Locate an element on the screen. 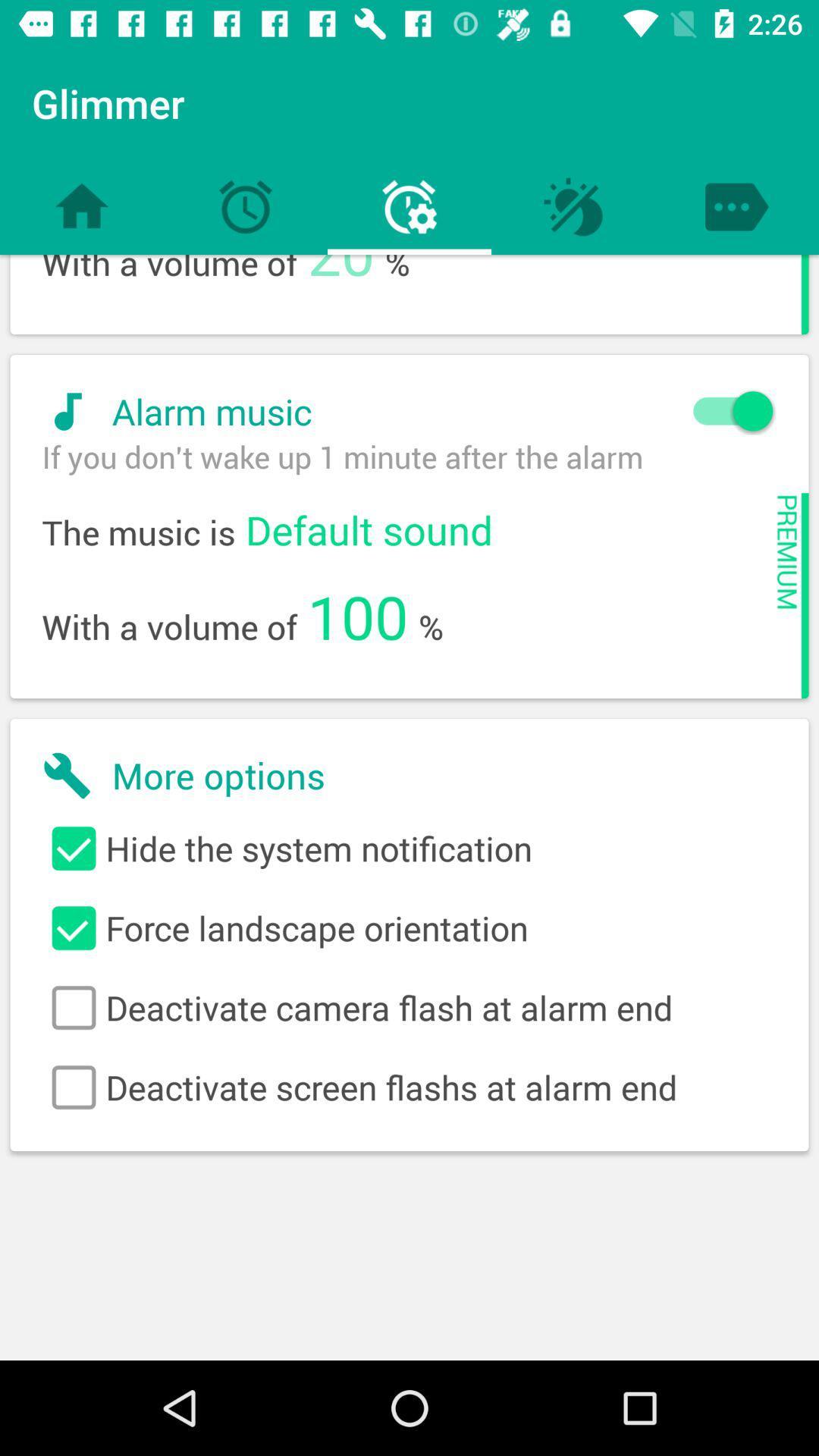 This screenshot has width=819, height=1456. item below the deactivate camera flash icon is located at coordinates (409, 1087).